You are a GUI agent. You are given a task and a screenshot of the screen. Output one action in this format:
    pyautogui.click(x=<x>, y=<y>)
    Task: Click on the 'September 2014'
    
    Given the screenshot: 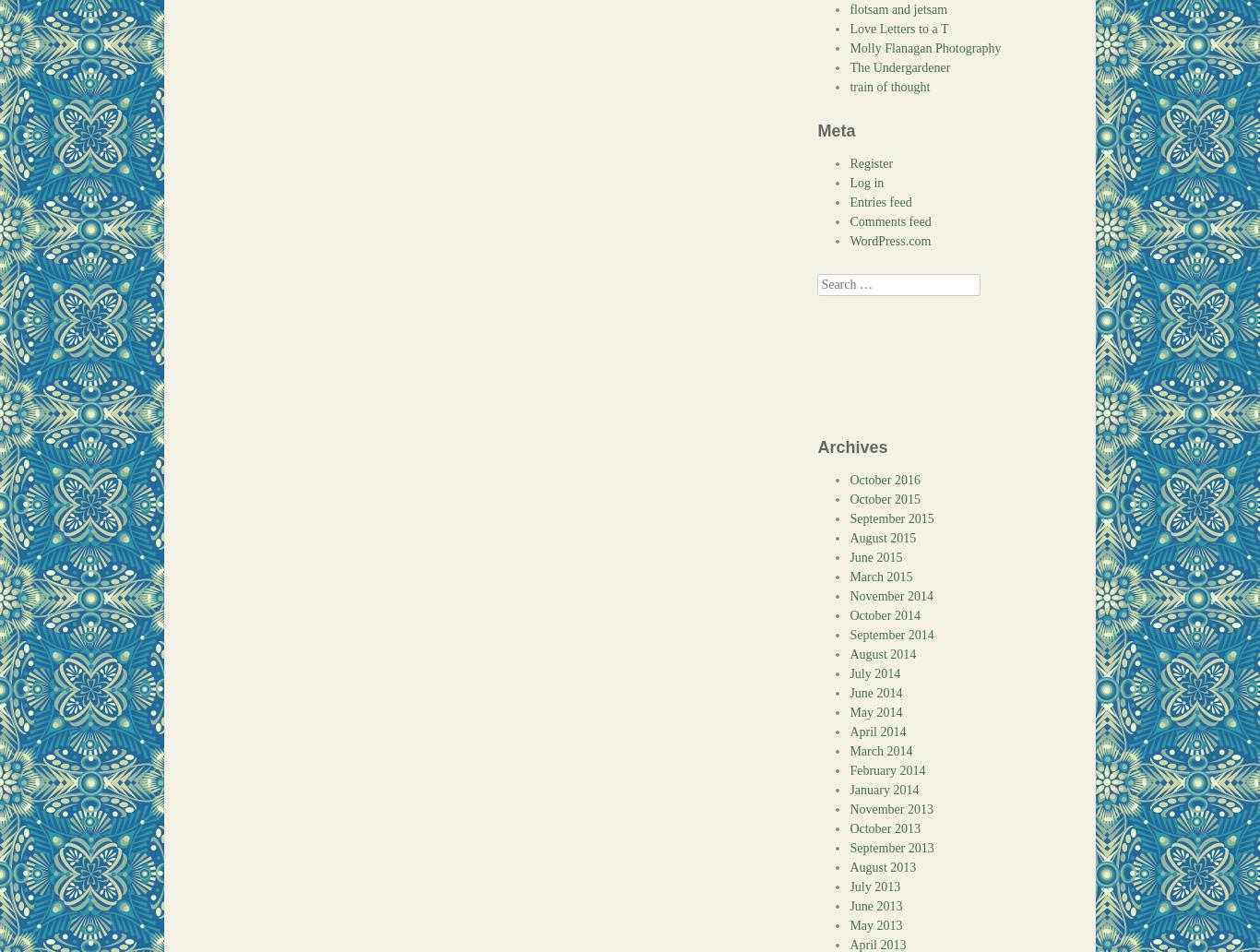 What is the action you would take?
    pyautogui.click(x=891, y=634)
    